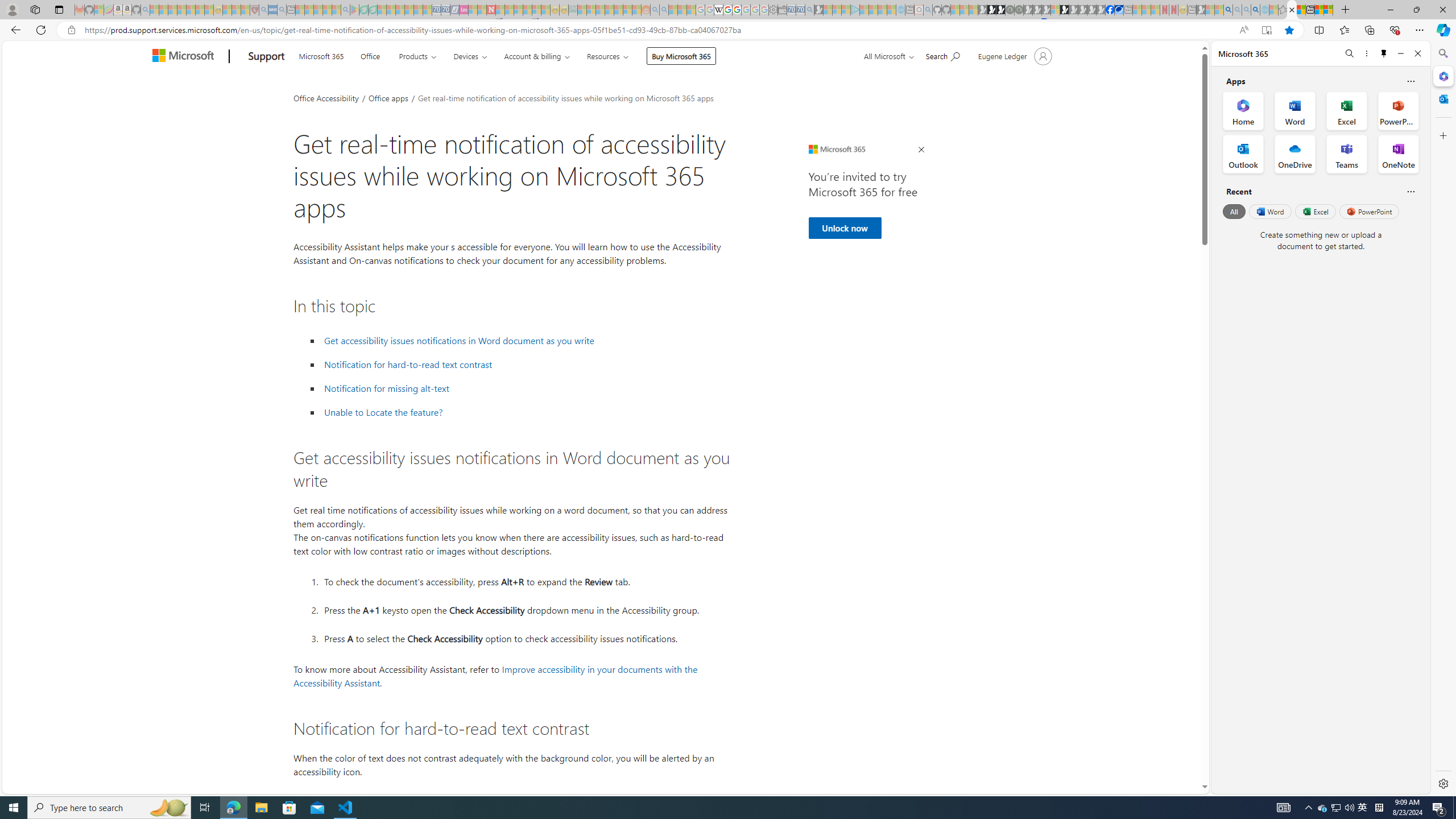 Image resolution: width=1456 pixels, height=819 pixels. I want to click on 'Account manager for Eugene Ledger', so click(1014, 55).